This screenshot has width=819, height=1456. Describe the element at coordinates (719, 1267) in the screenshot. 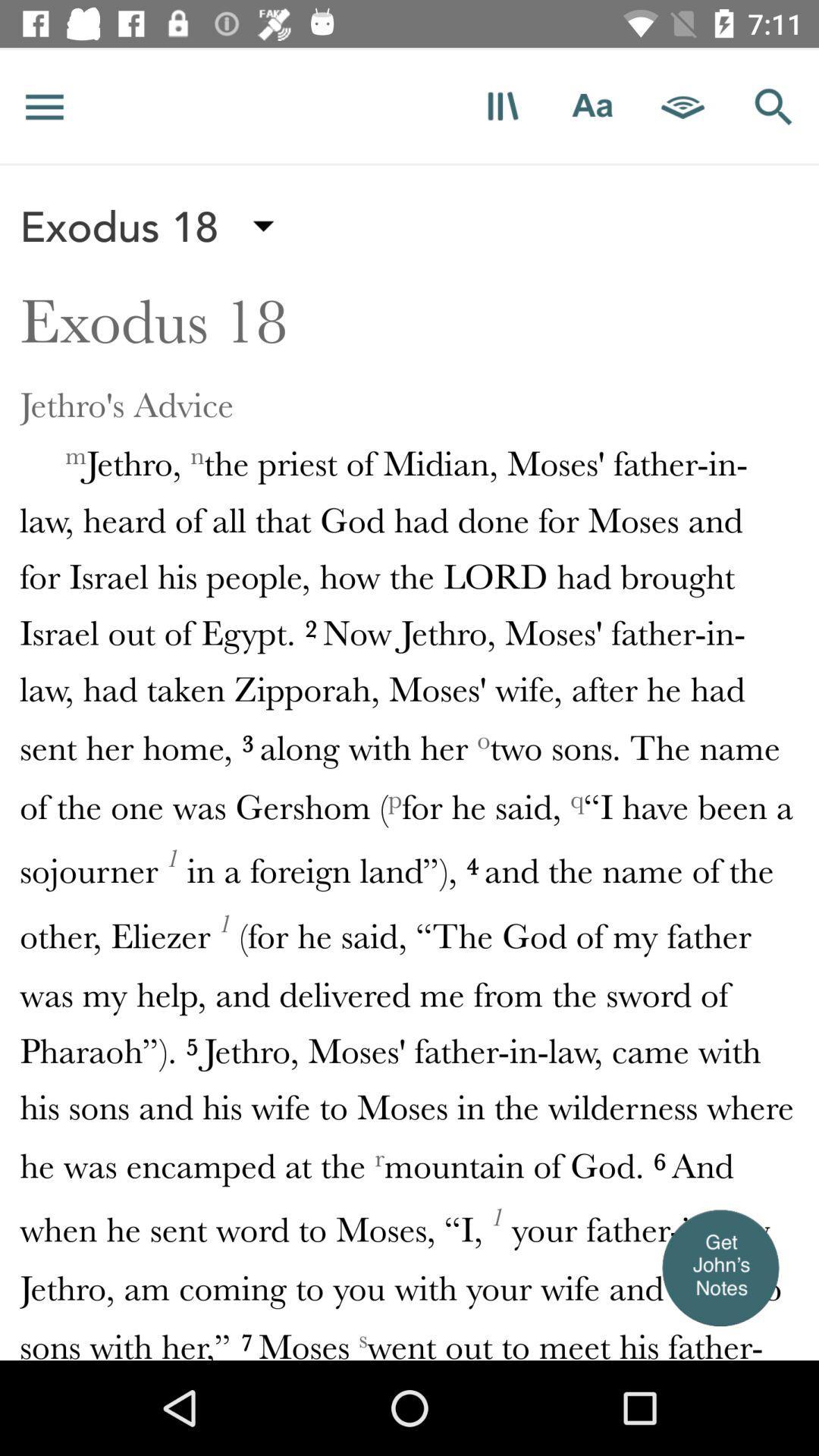

I see `get john 's notes` at that location.